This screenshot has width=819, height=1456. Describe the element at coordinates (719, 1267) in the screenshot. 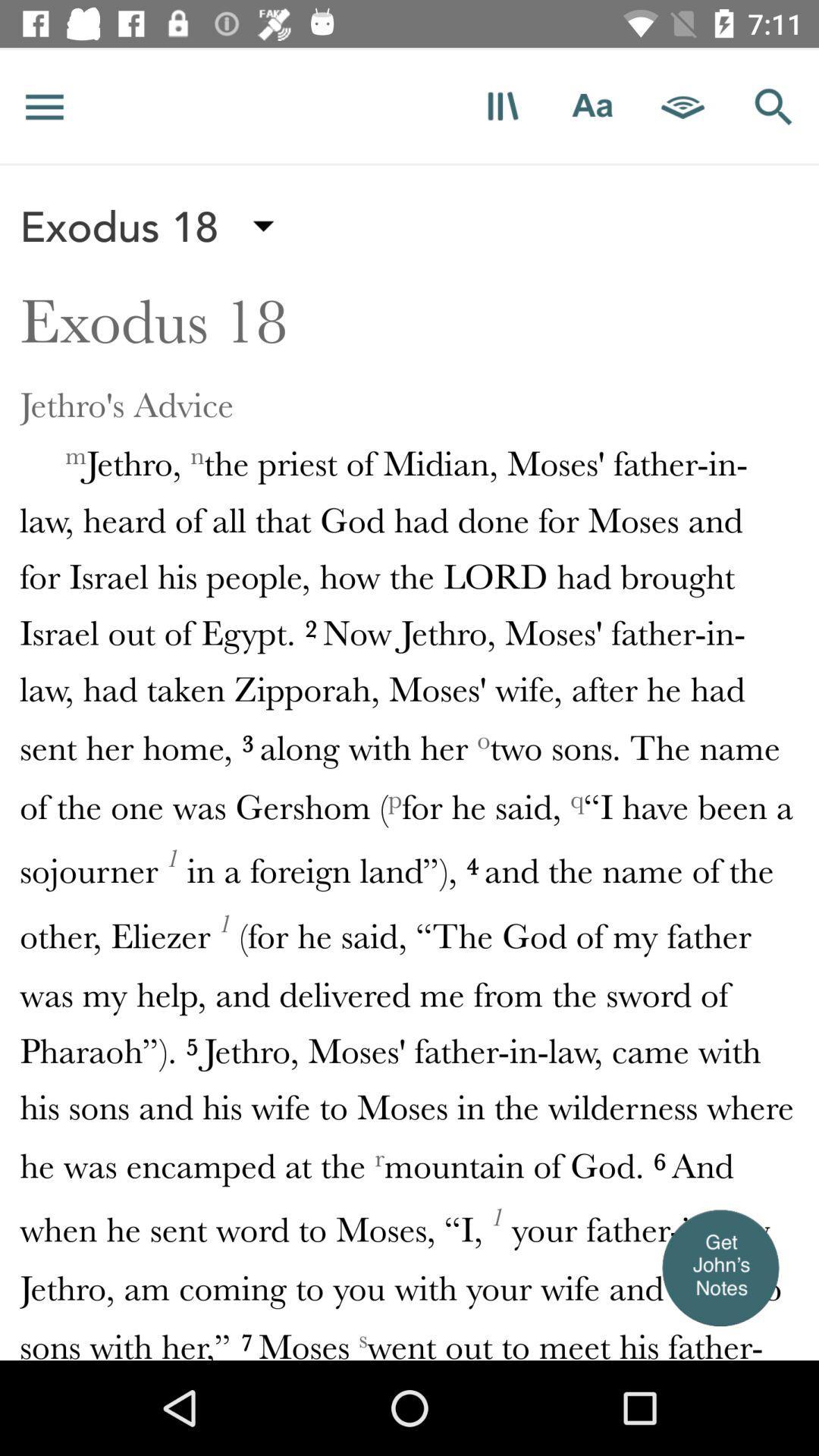

I see `get john 's notes` at that location.